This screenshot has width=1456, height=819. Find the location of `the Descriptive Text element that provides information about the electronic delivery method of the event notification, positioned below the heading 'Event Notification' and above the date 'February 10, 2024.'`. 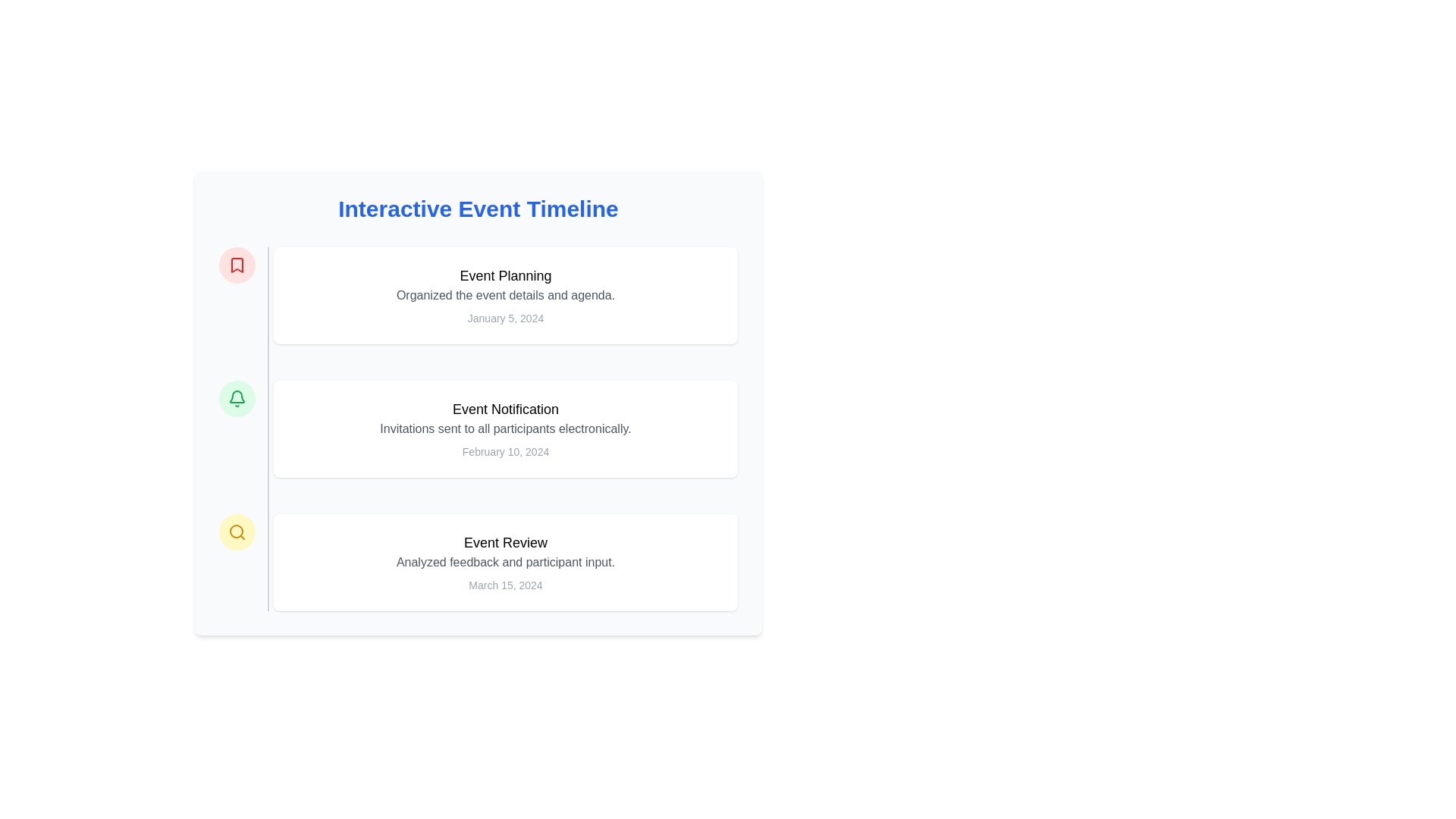

the Descriptive Text element that provides information about the electronic delivery method of the event notification, positioned below the heading 'Event Notification' and above the date 'February 10, 2024.' is located at coordinates (506, 429).